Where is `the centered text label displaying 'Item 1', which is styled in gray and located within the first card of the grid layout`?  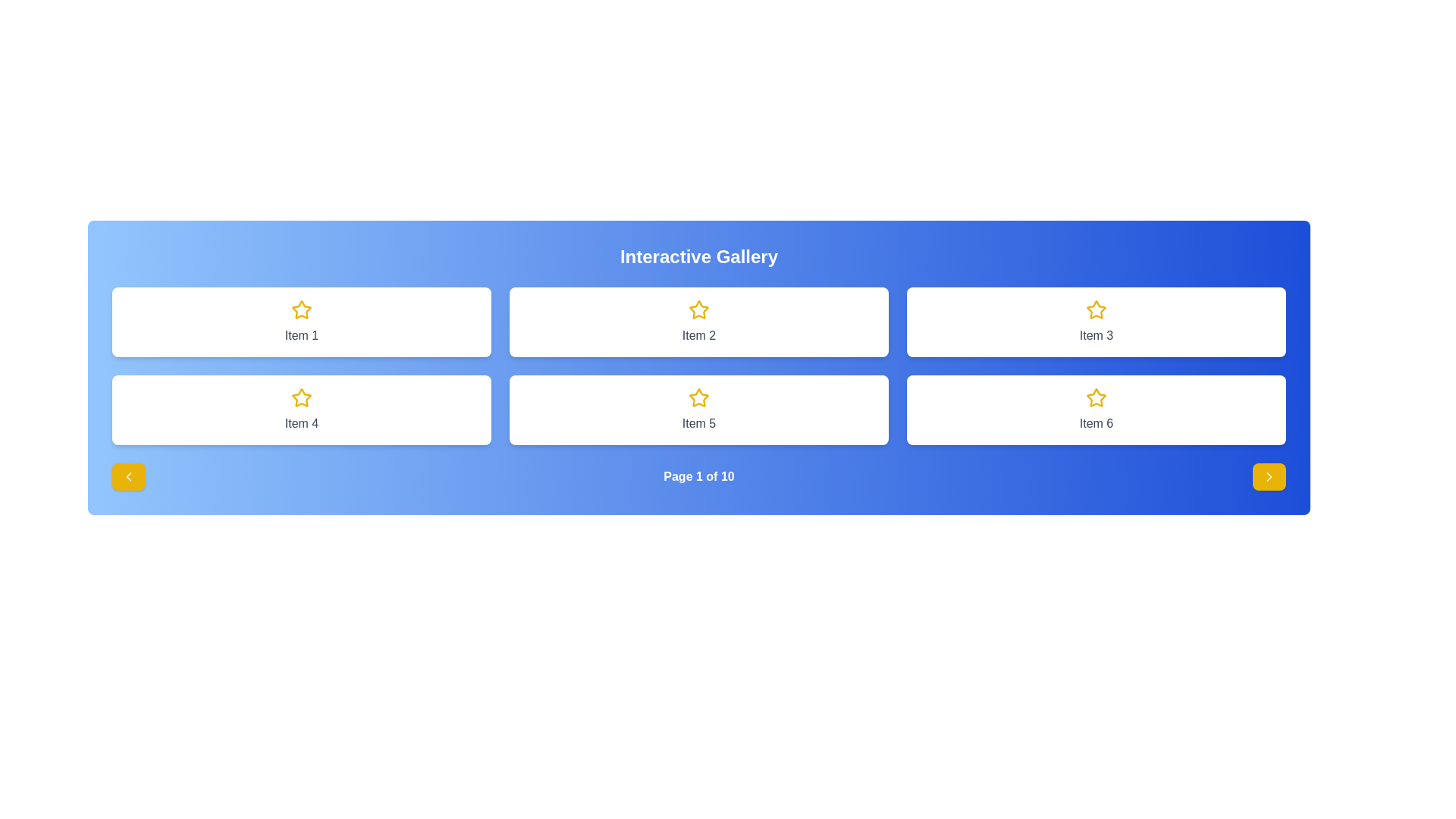
the centered text label displaying 'Item 1', which is styled in gray and located within the first card of the grid layout is located at coordinates (302, 335).